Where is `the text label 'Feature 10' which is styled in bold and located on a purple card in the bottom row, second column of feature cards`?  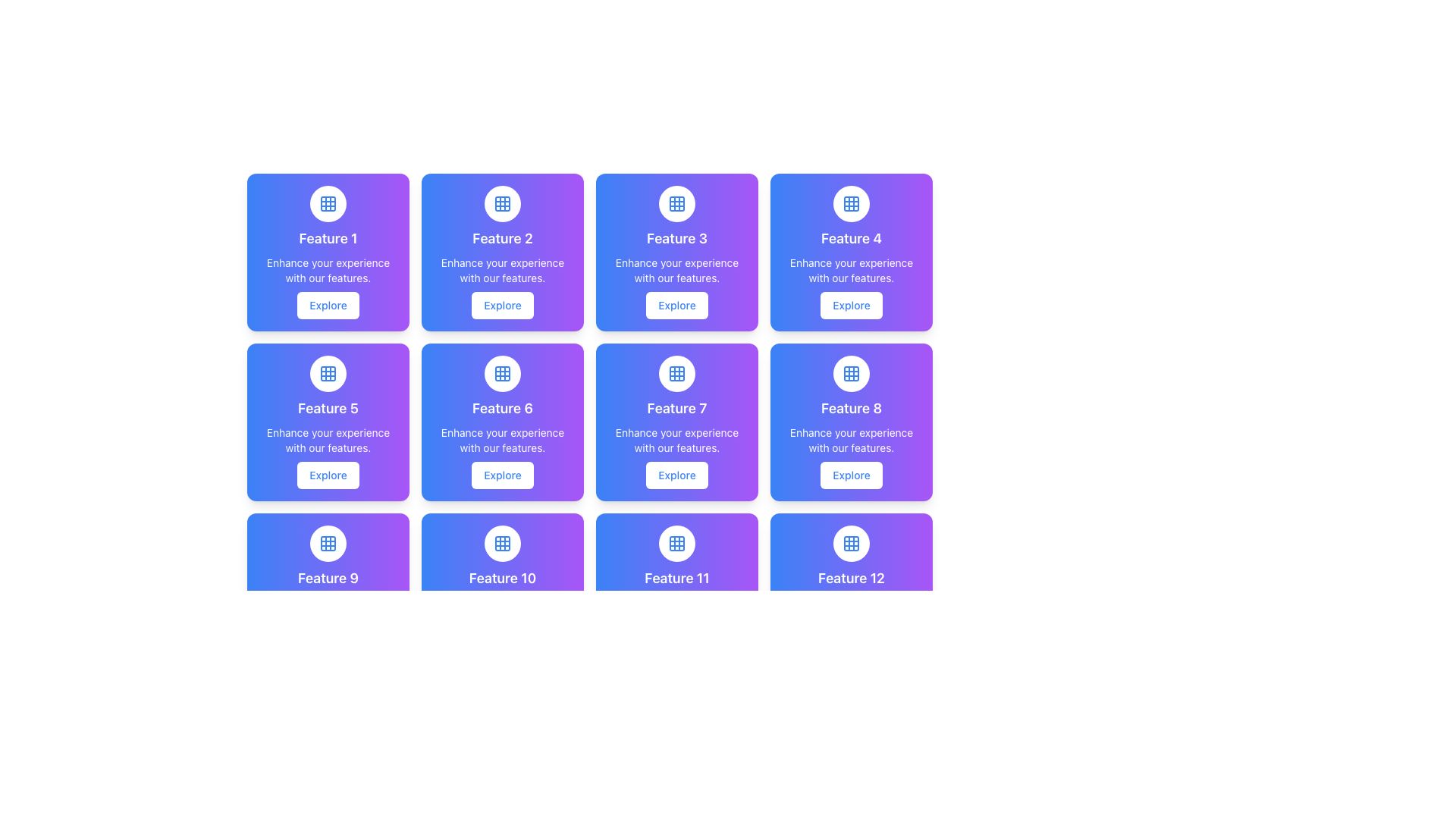
the text label 'Feature 10' which is styled in bold and located on a purple card in the bottom row, second column of feature cards is located at coordinates (502, 579).